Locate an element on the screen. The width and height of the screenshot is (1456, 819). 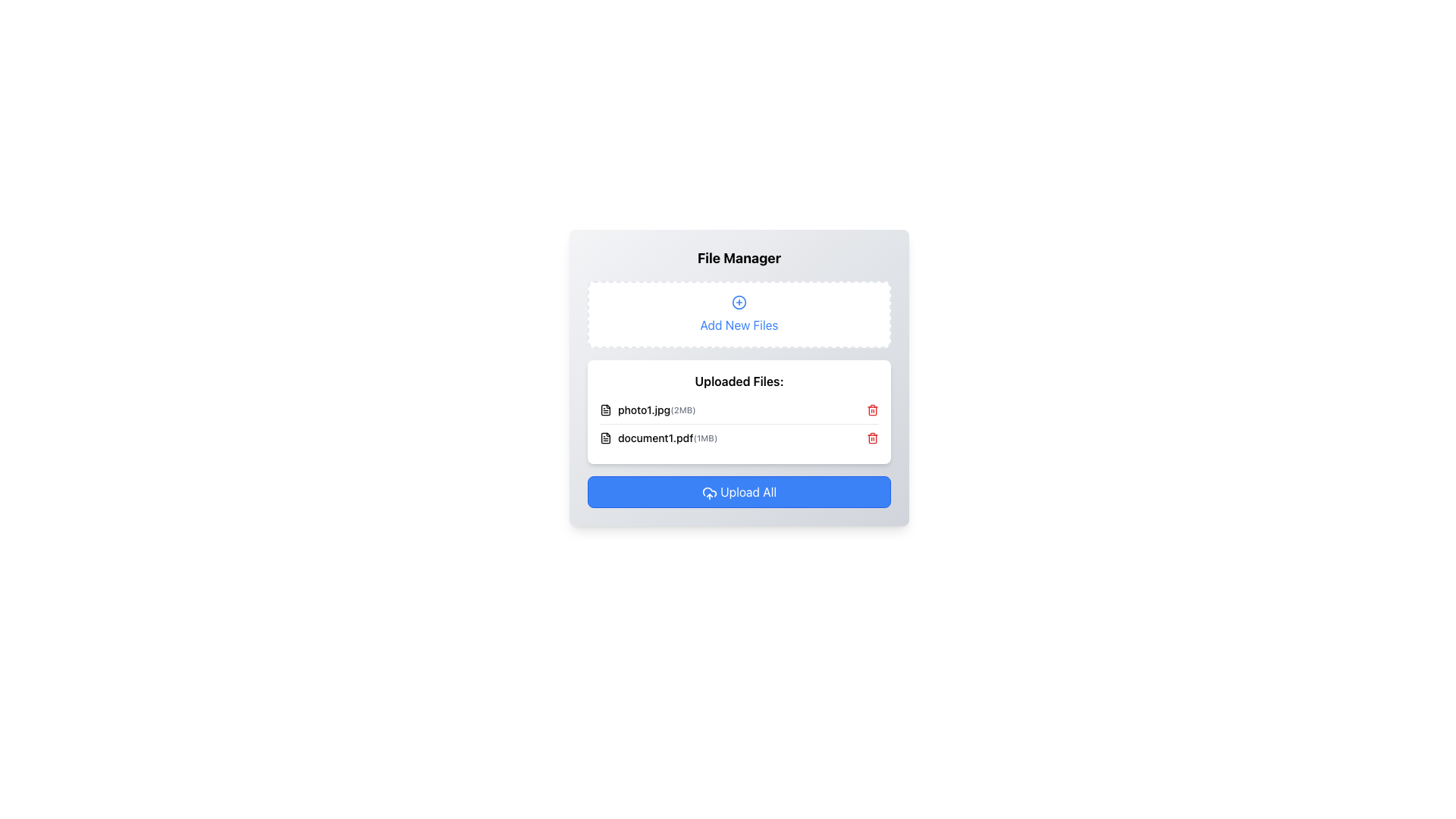
the rectangular SVG icon resembling a document that represents the uploaded file 'document1.pdf' to focus on it is located at coordinates (604, 438).